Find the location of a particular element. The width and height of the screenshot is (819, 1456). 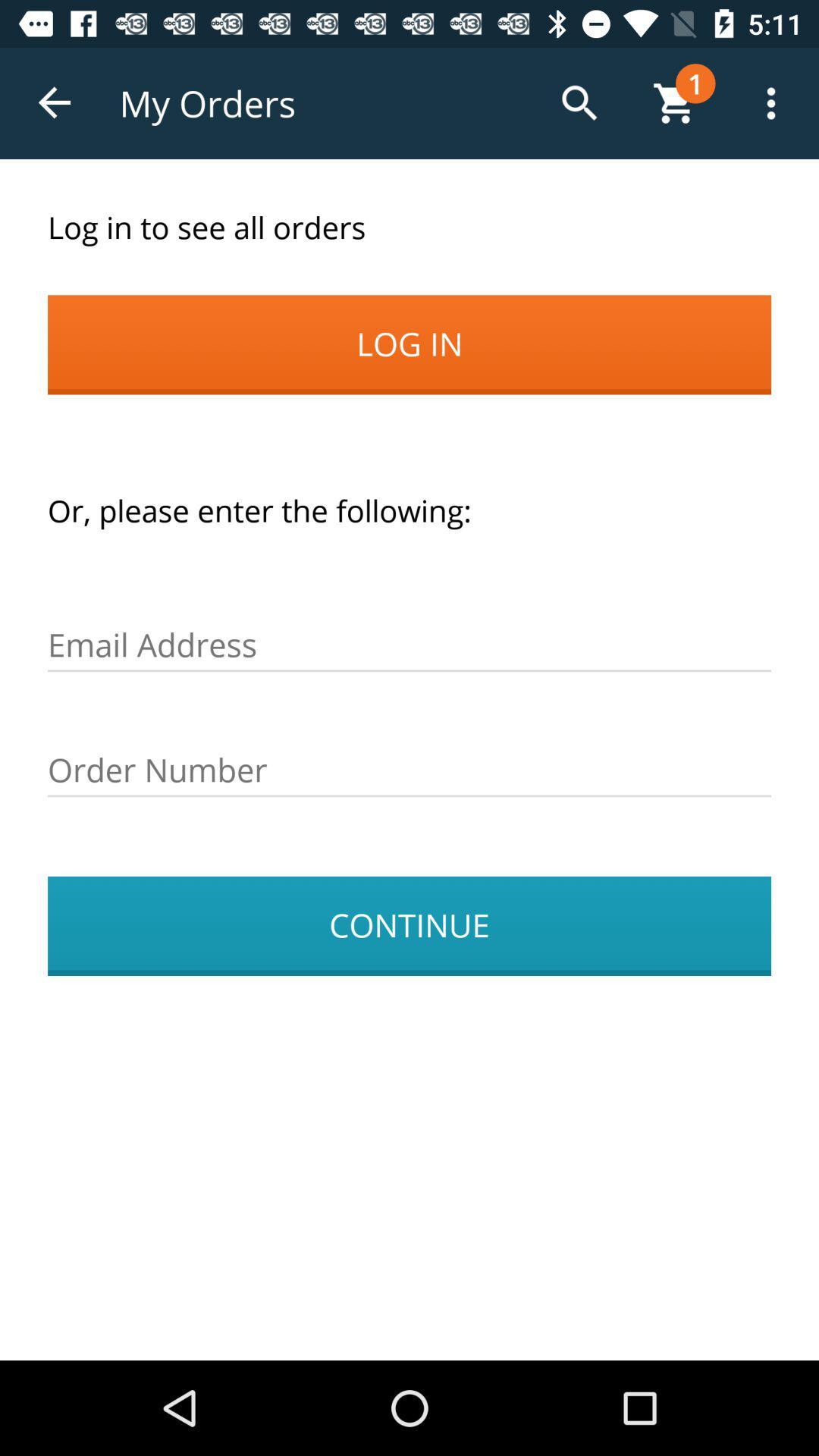

text field for the order number is located at coordinates (409, 770).